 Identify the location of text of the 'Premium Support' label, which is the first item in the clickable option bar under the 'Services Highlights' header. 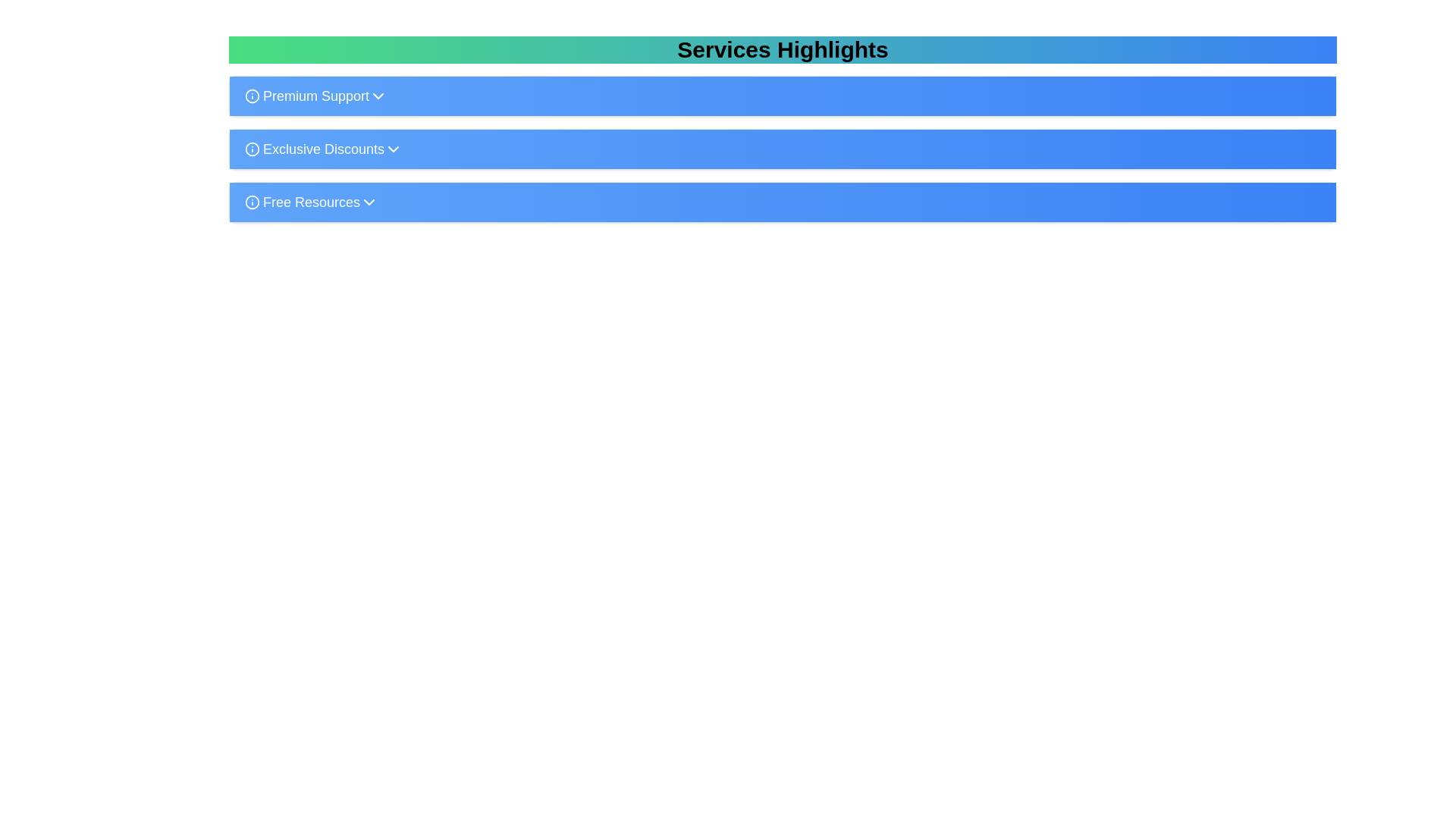
(306, 96).